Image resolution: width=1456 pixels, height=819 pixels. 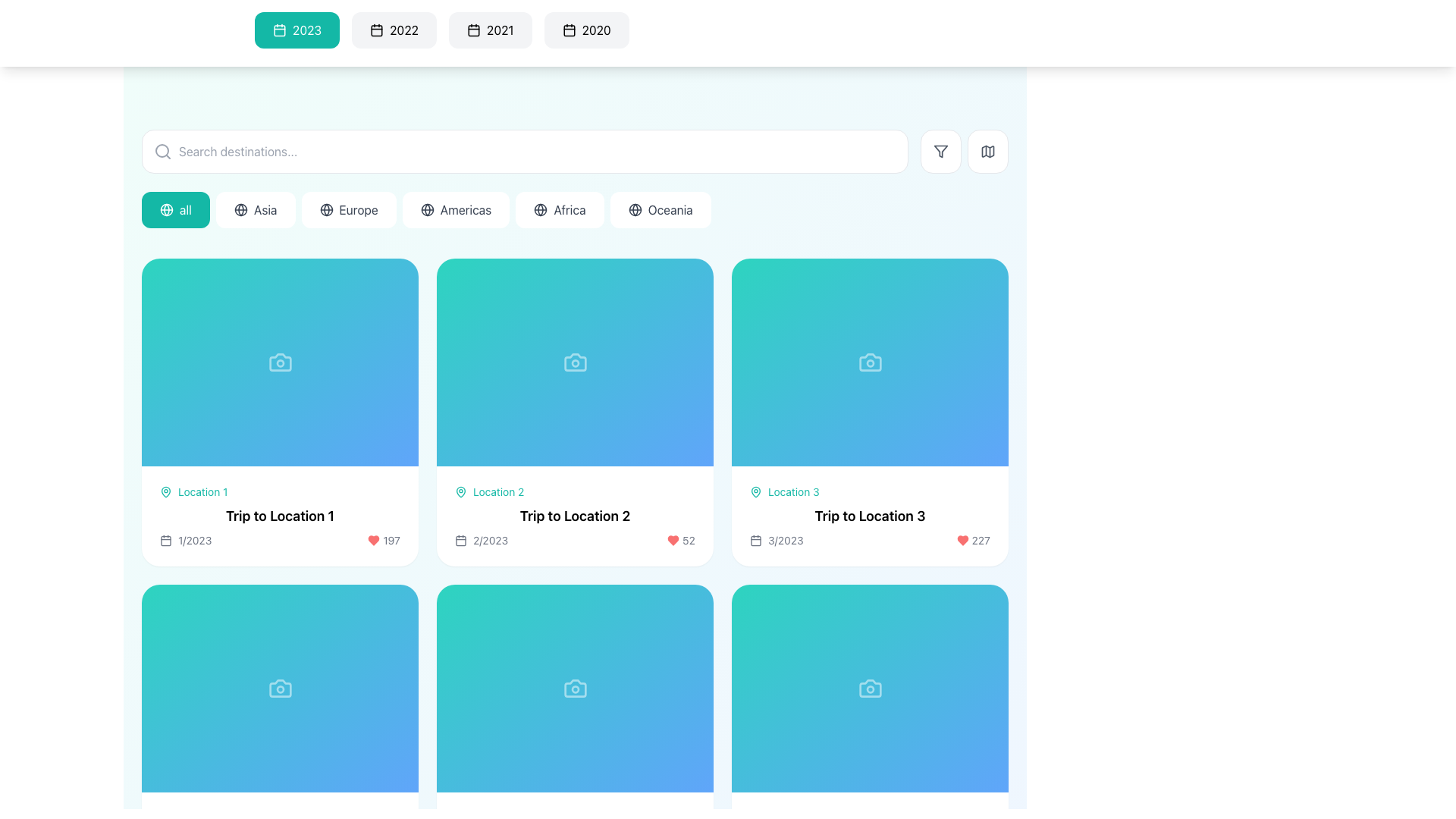 I want to click on the label displaying the month and year for 'Trip to Location 2', which is located in the lower section of the card and positioned to the left of the numeric statistic (52) and a heart icon, so click(x=481, y=539).